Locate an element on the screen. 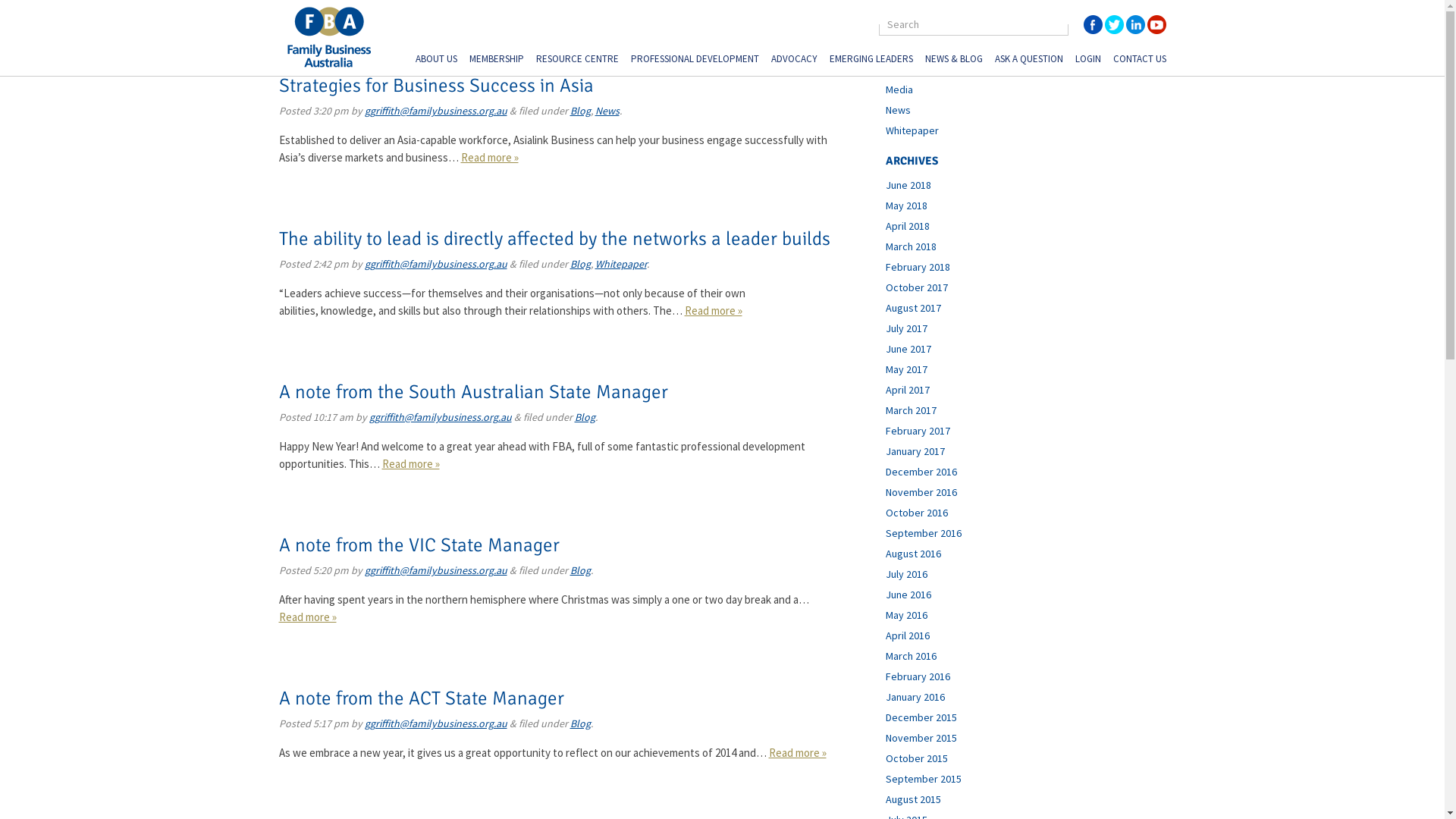 This screenshot has width=1456, height=819. 'MEMBERSHIP' is located at coordinates (495, 60).